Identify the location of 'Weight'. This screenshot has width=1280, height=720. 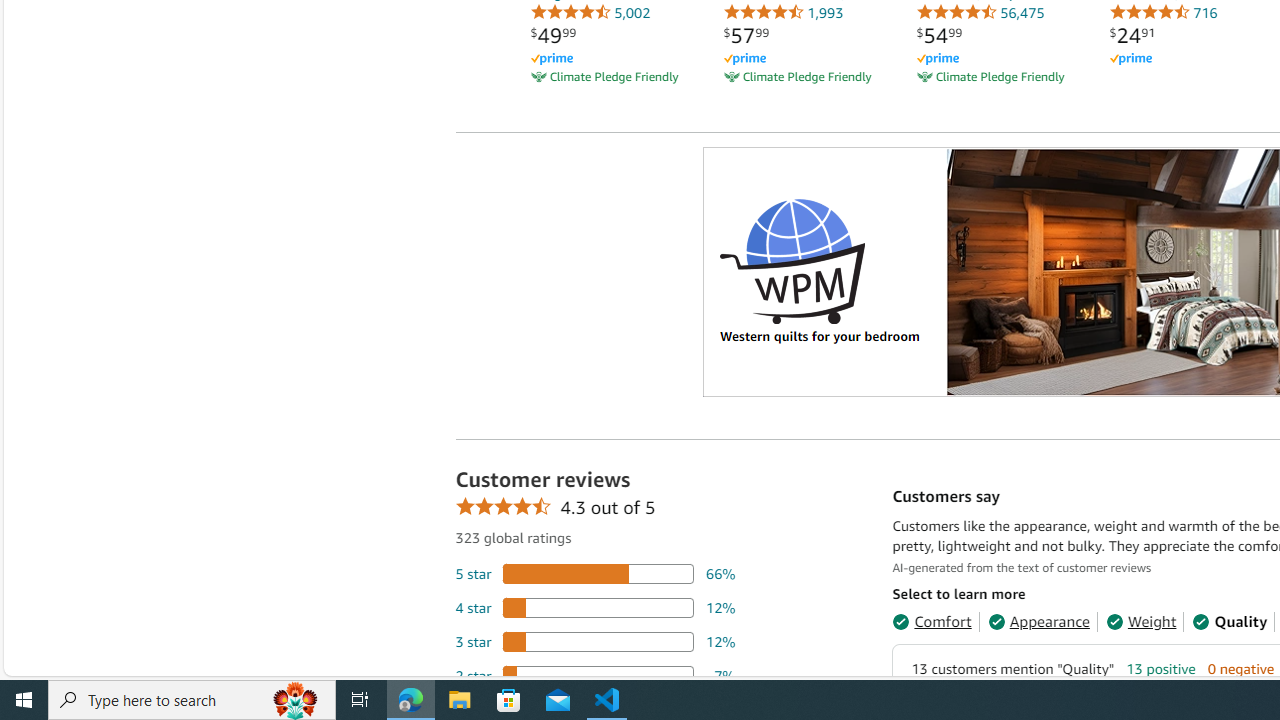
(1141, 620).